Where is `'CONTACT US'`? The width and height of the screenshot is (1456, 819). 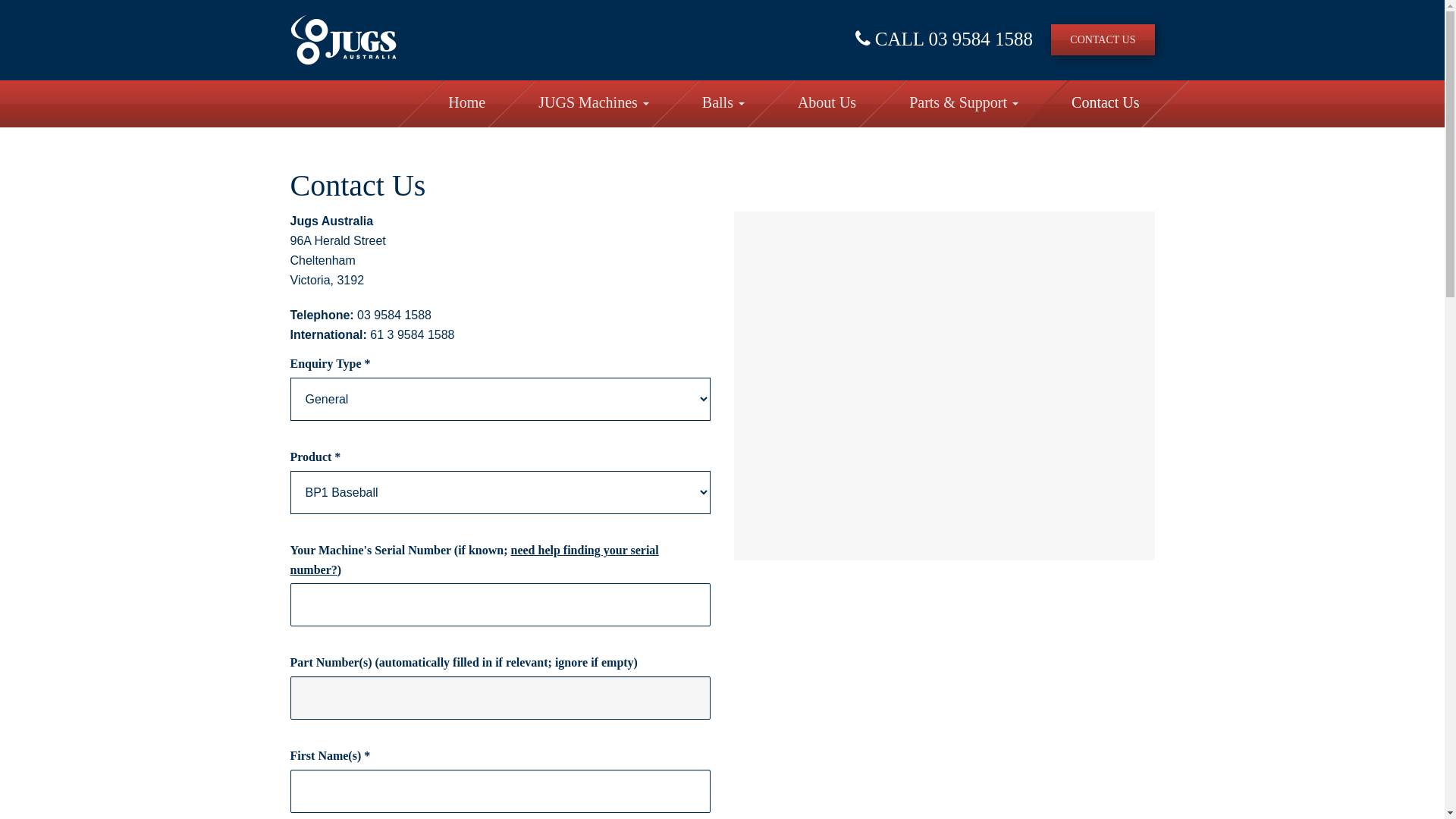
'CONTACT US' is located at coordinates (1050, 39).